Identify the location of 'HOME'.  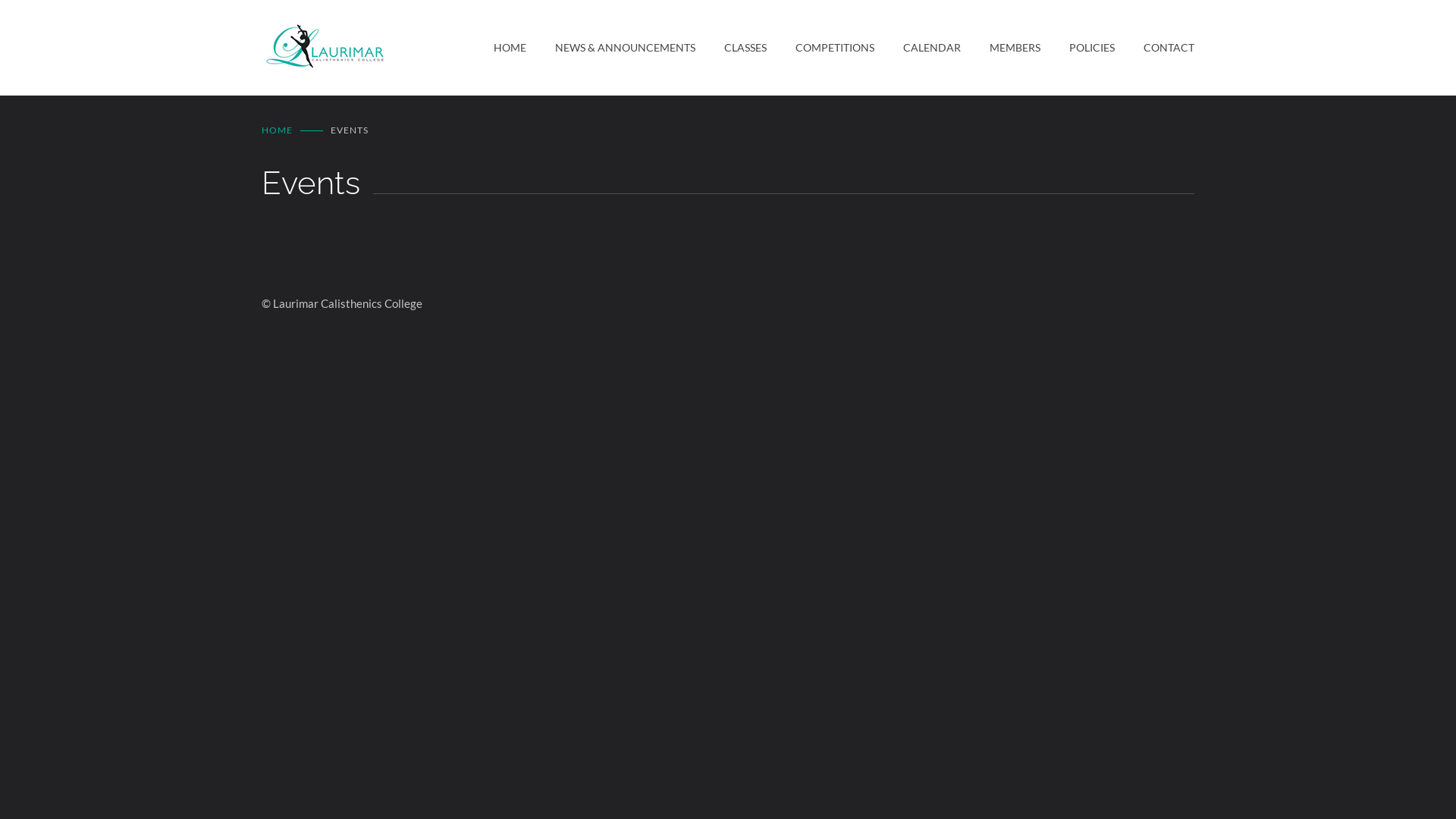
(494, 46).